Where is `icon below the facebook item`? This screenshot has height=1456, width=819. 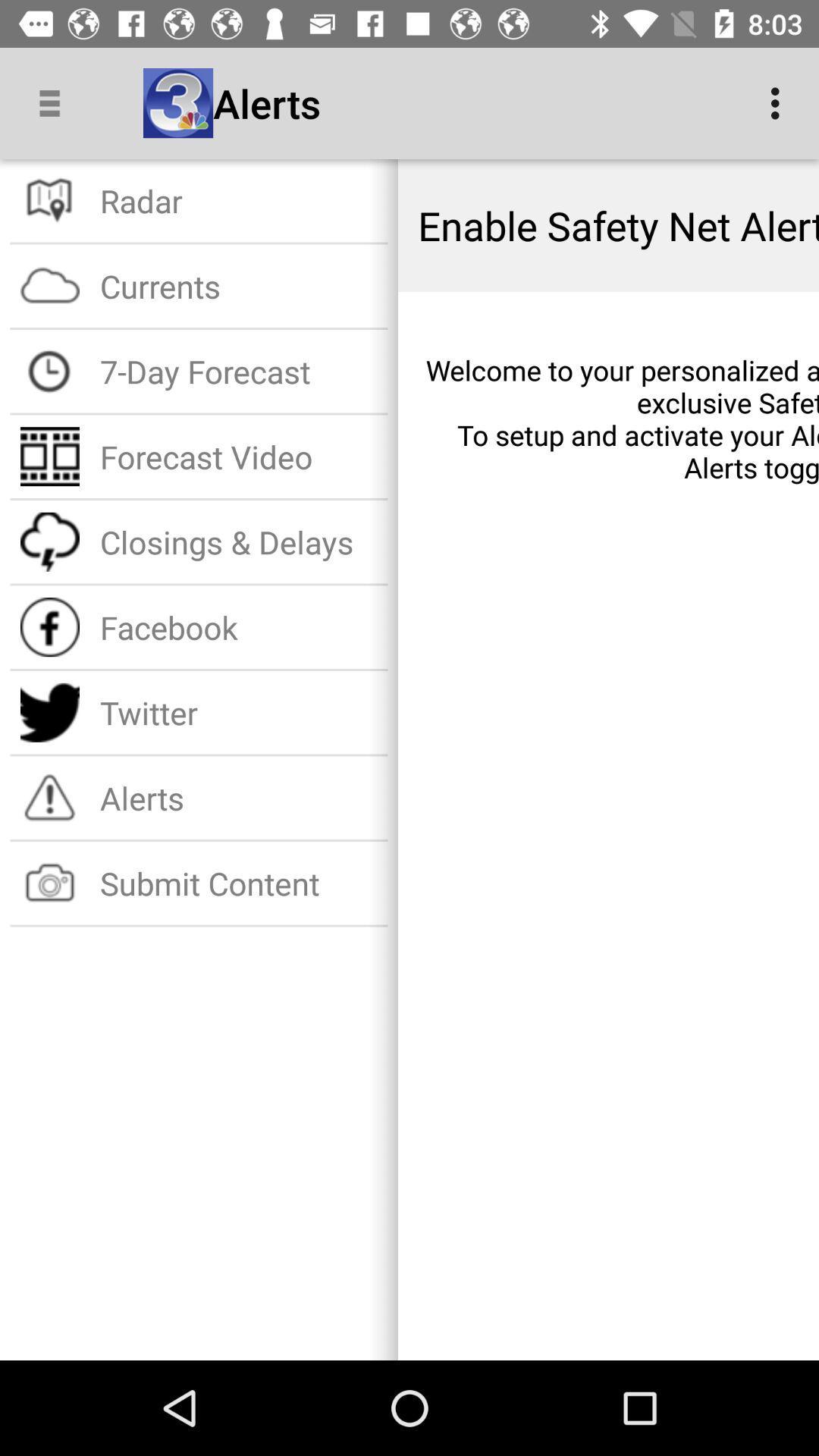
icon below the facebook item is located at coordinates (239, 711).